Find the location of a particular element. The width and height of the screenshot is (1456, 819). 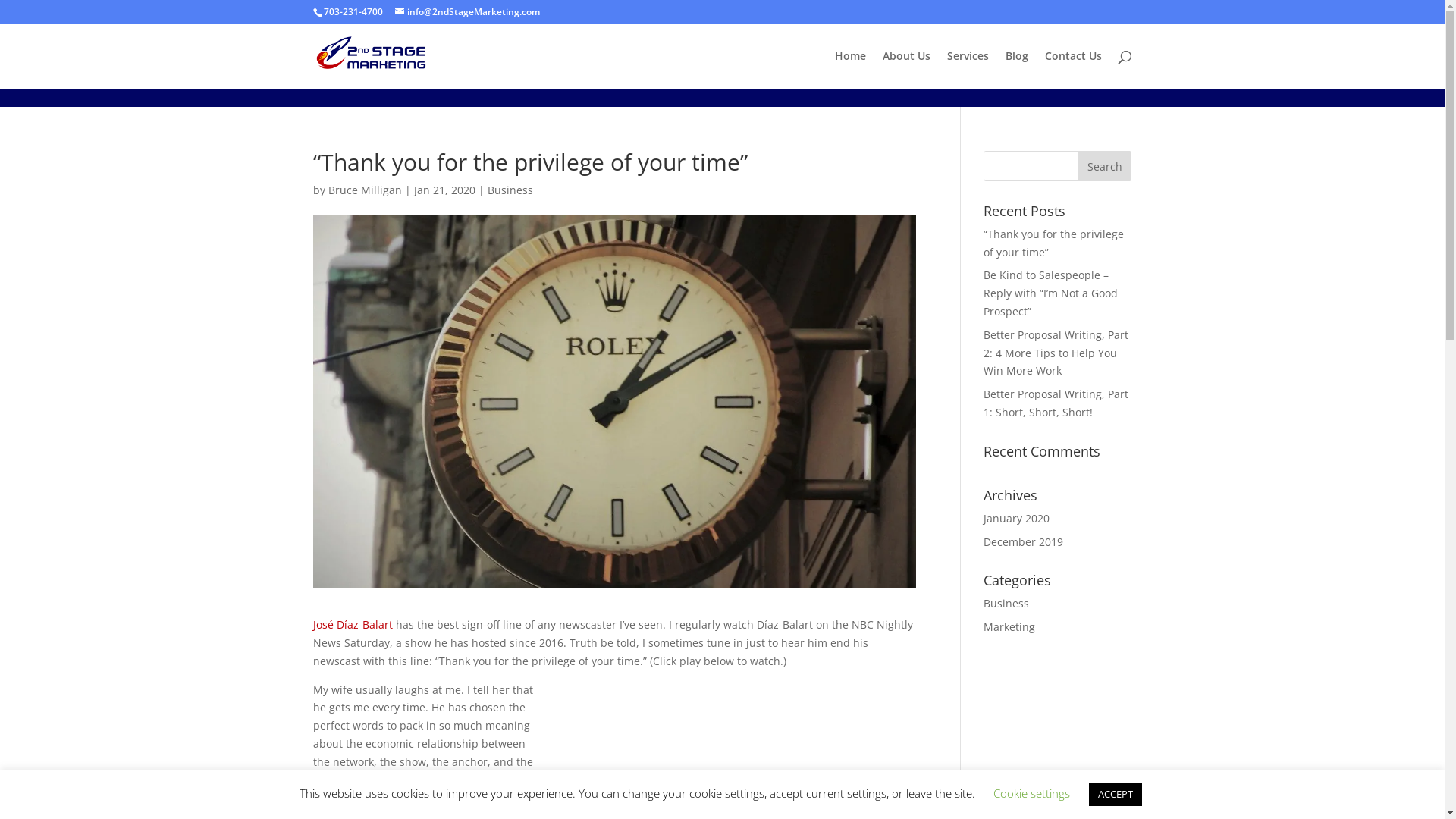

'Marketing' is located at coordinates (1009, 626).